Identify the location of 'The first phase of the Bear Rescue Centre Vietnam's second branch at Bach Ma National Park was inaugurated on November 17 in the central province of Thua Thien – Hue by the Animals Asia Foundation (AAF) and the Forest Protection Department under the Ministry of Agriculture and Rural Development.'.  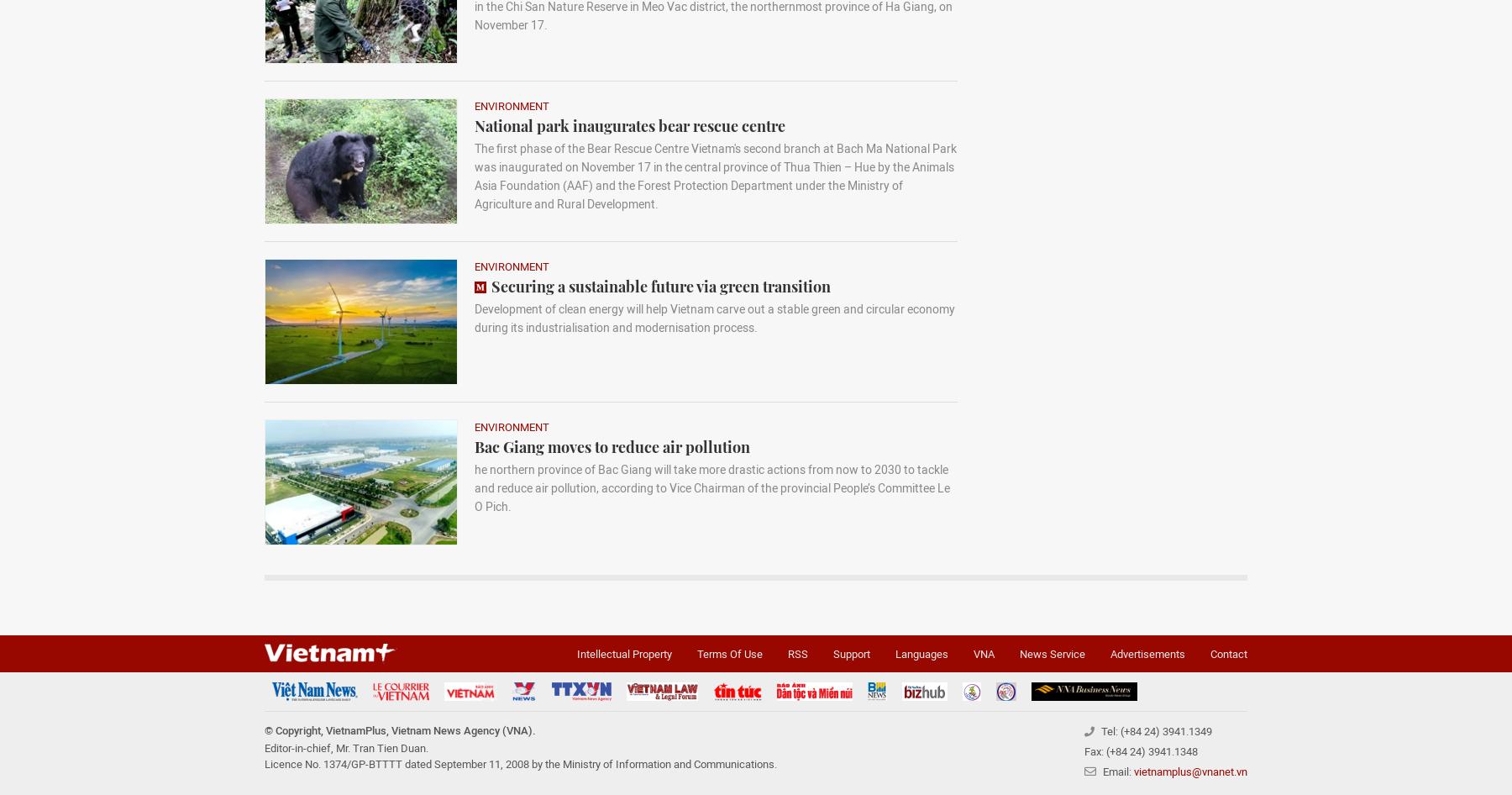
(715, 176).